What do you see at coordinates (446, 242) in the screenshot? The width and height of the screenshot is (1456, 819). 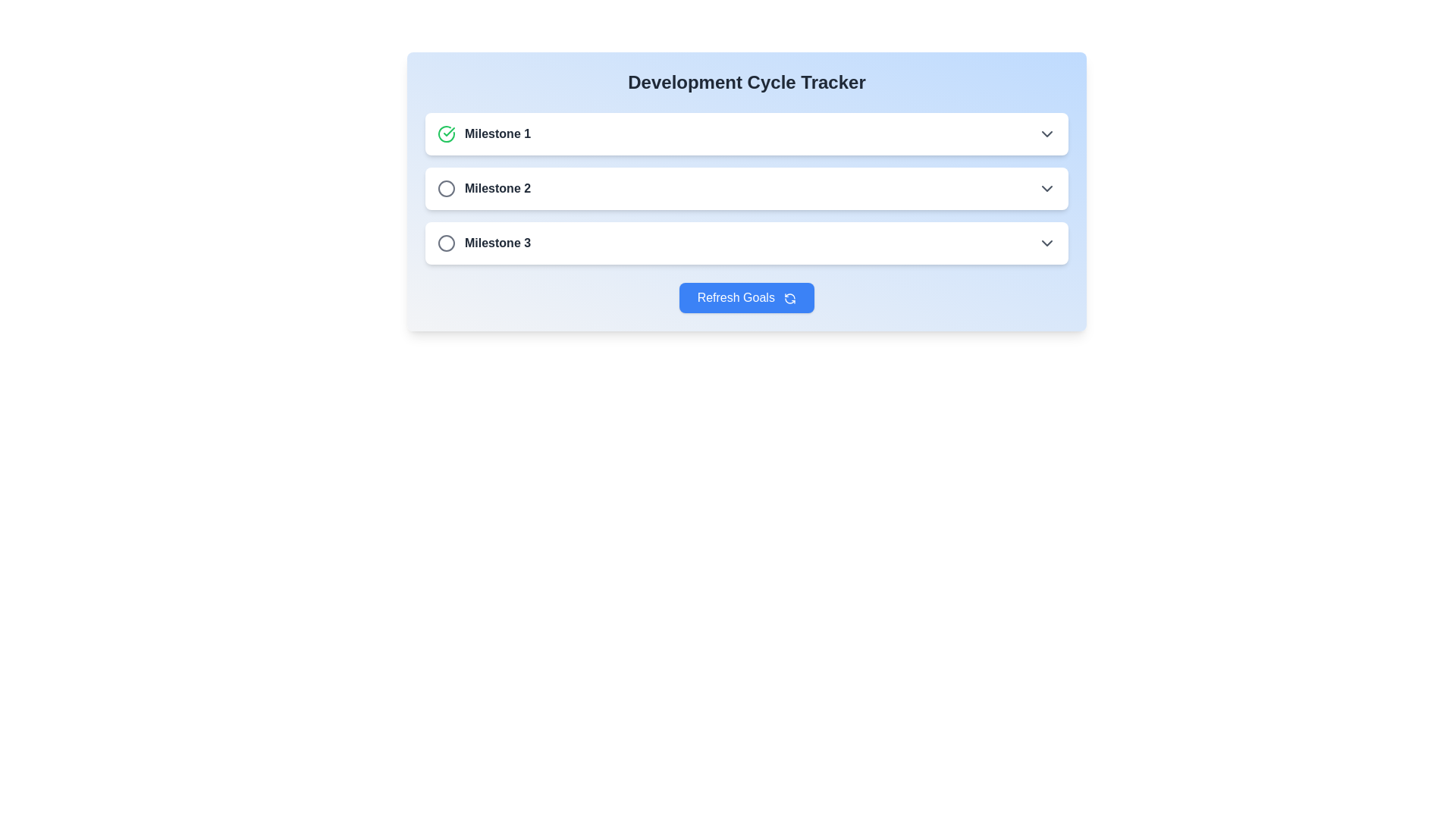 I see `the appearance of the Circle icon located adjacent to the text 'Milestone 3' in the Development Cycle Tracker list` at bounding box center [446, 242].